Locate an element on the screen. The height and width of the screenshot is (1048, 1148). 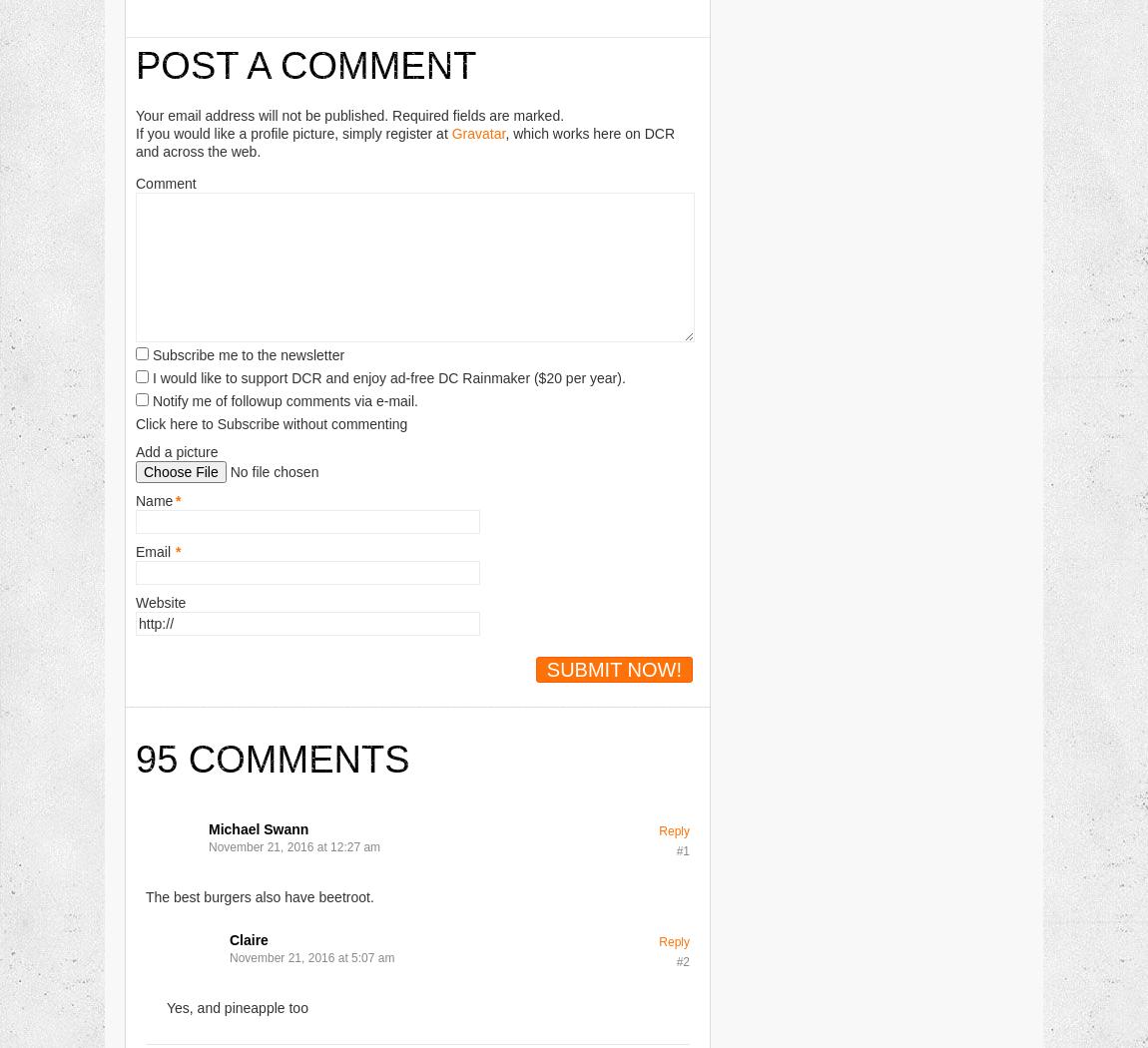
'The best burgers also have beetroot.' is located at coordinates (259, 894).